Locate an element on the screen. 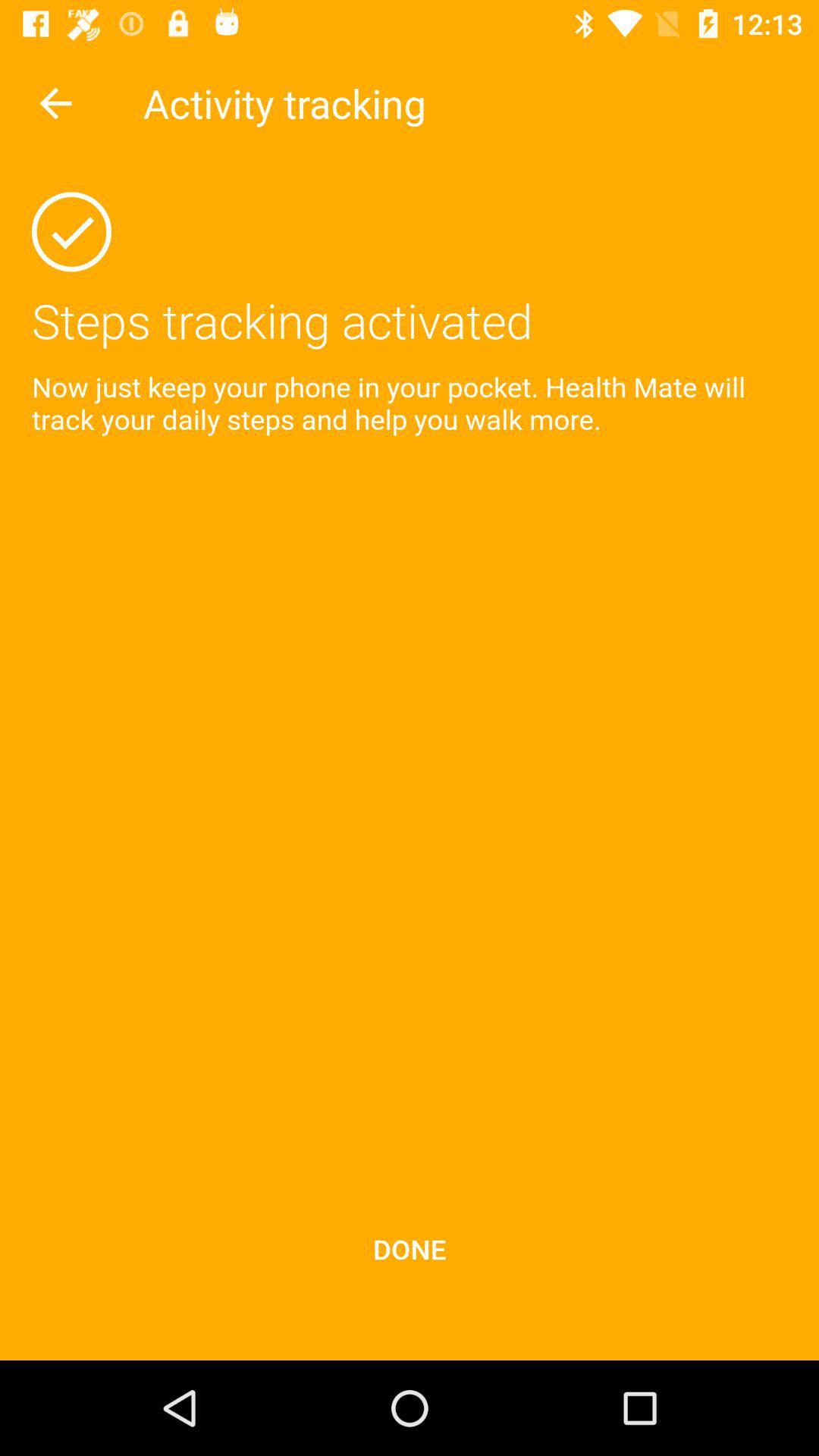 The image size is (819, 1456). undo button is located at coordinates (55, 102).